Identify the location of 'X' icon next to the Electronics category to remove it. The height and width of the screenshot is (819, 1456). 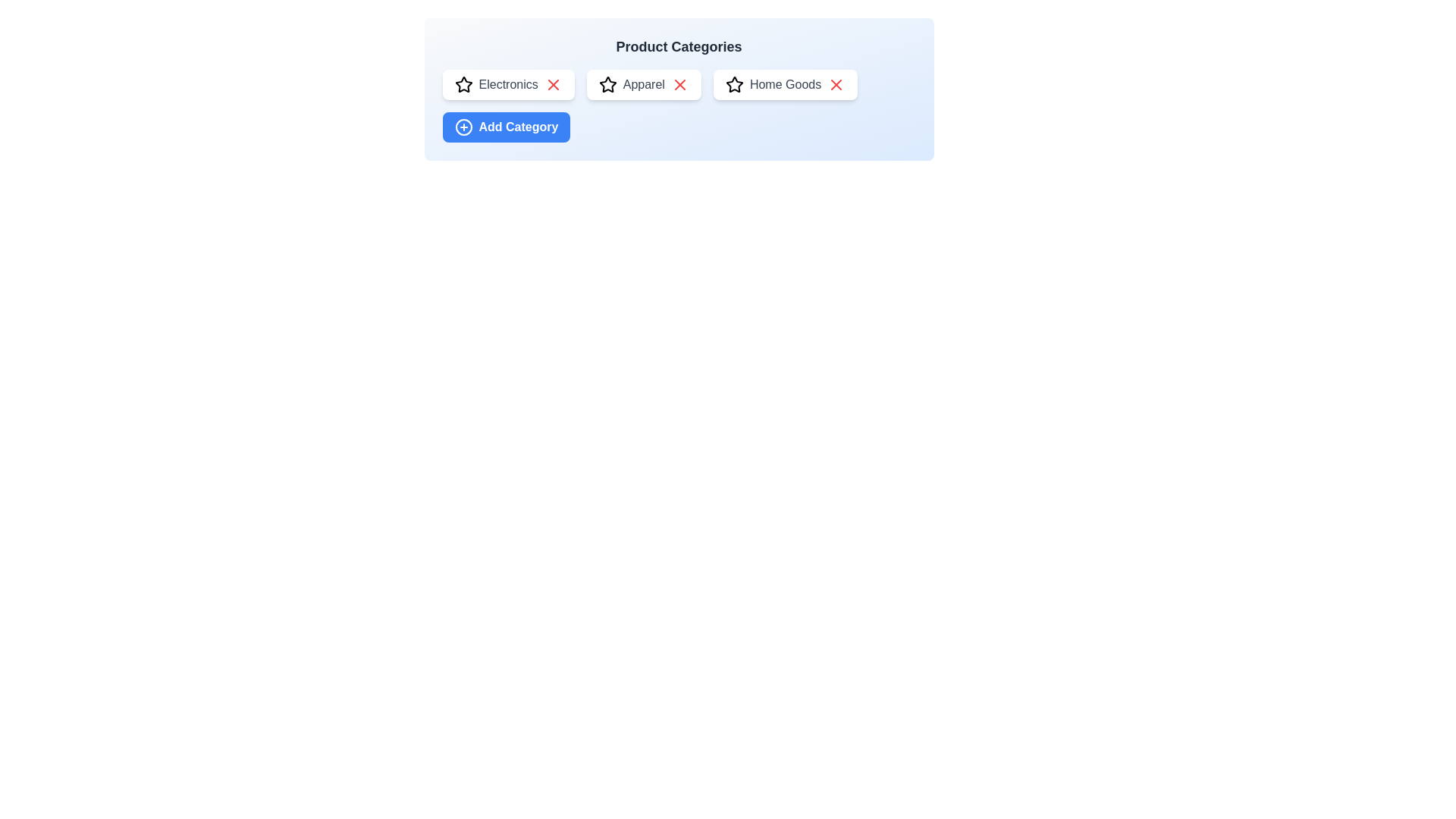
(552, 84).